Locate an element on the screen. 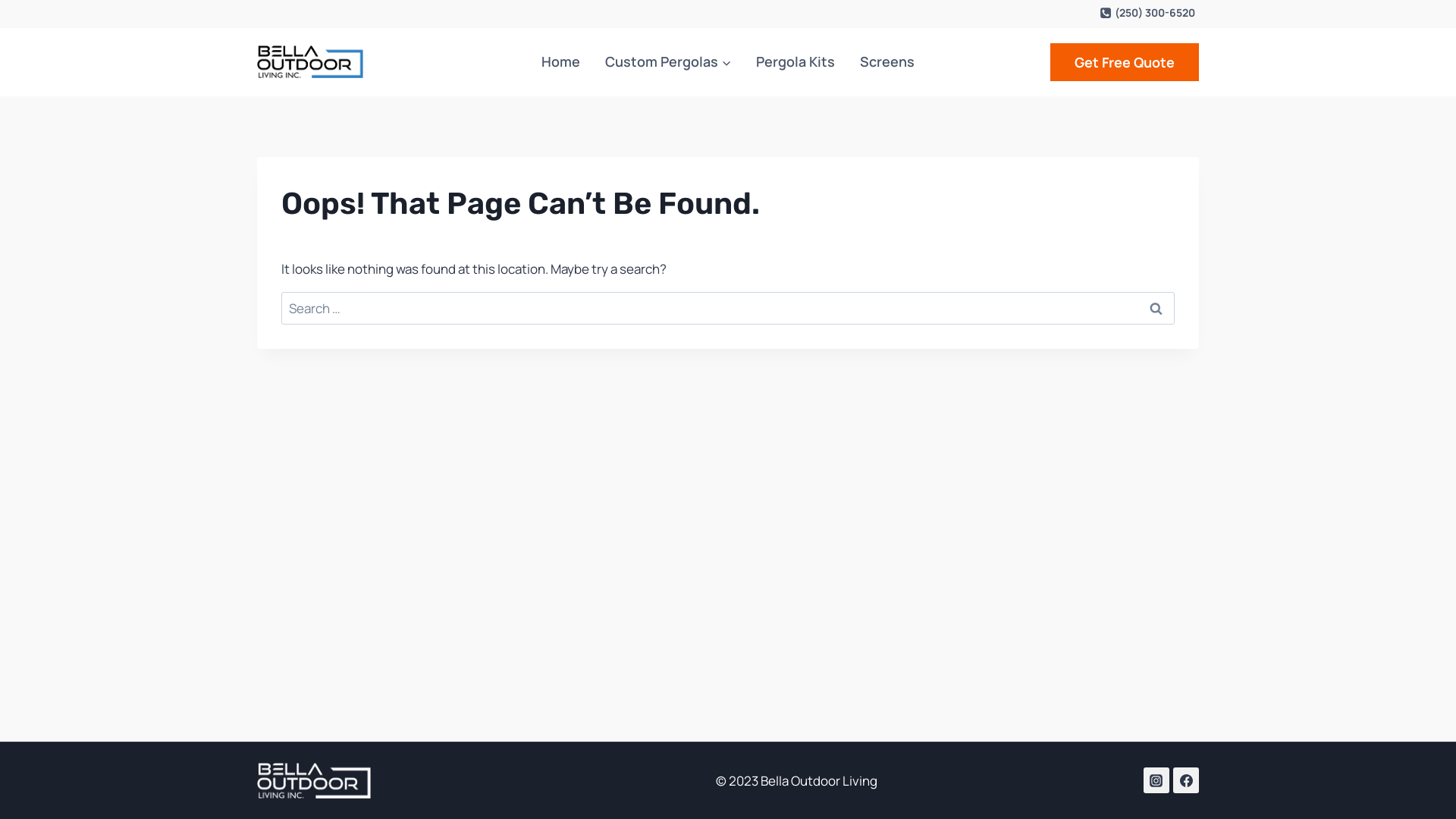 Image resolution: width=1456 pixels, height=819 pixels. 'Get Free Quote' is located at coordinates (1125, 61).